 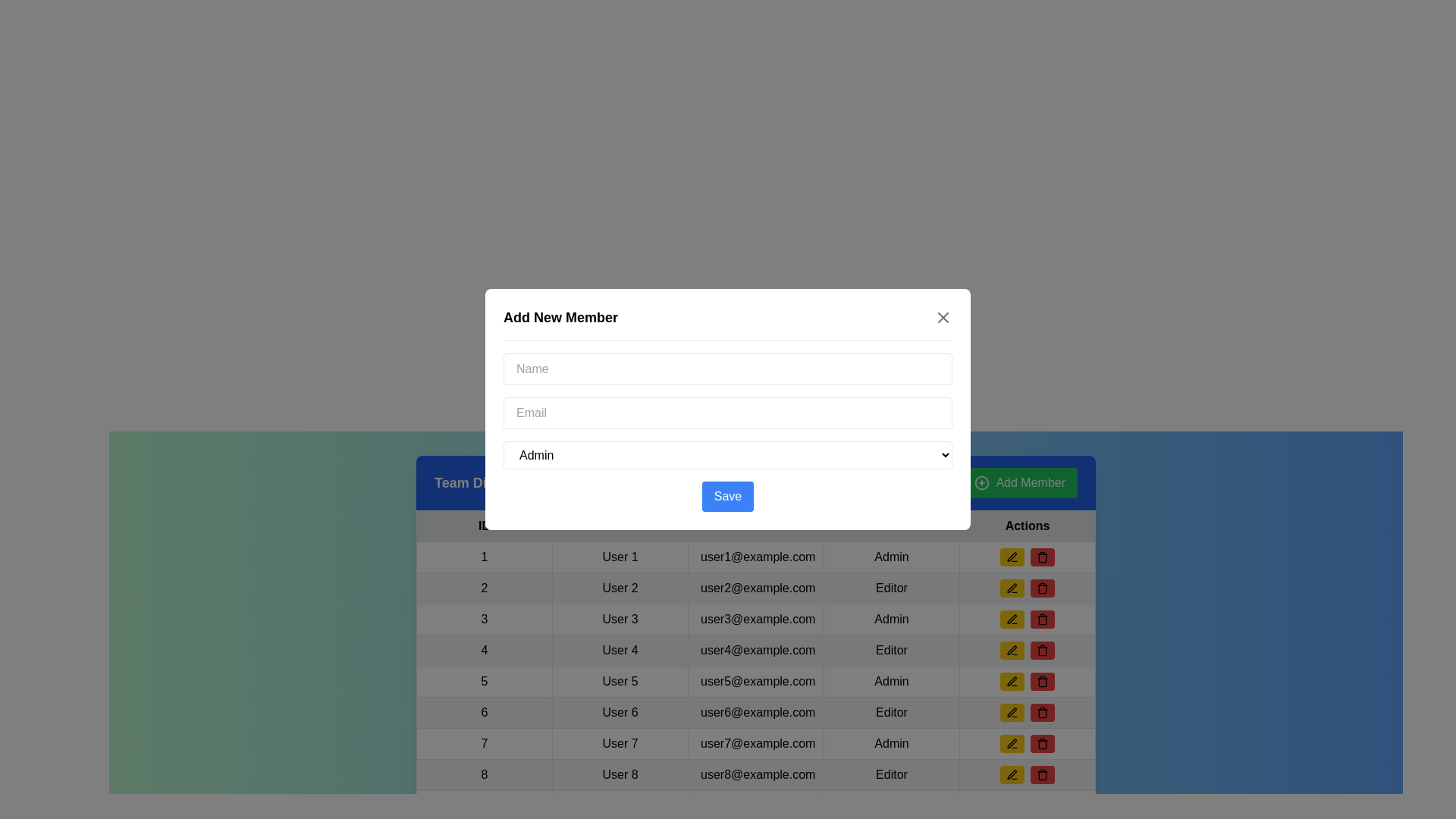 I want to click on the rounded rectangular 'Save' button with a blue background and white text, so click(x=728, y=497).